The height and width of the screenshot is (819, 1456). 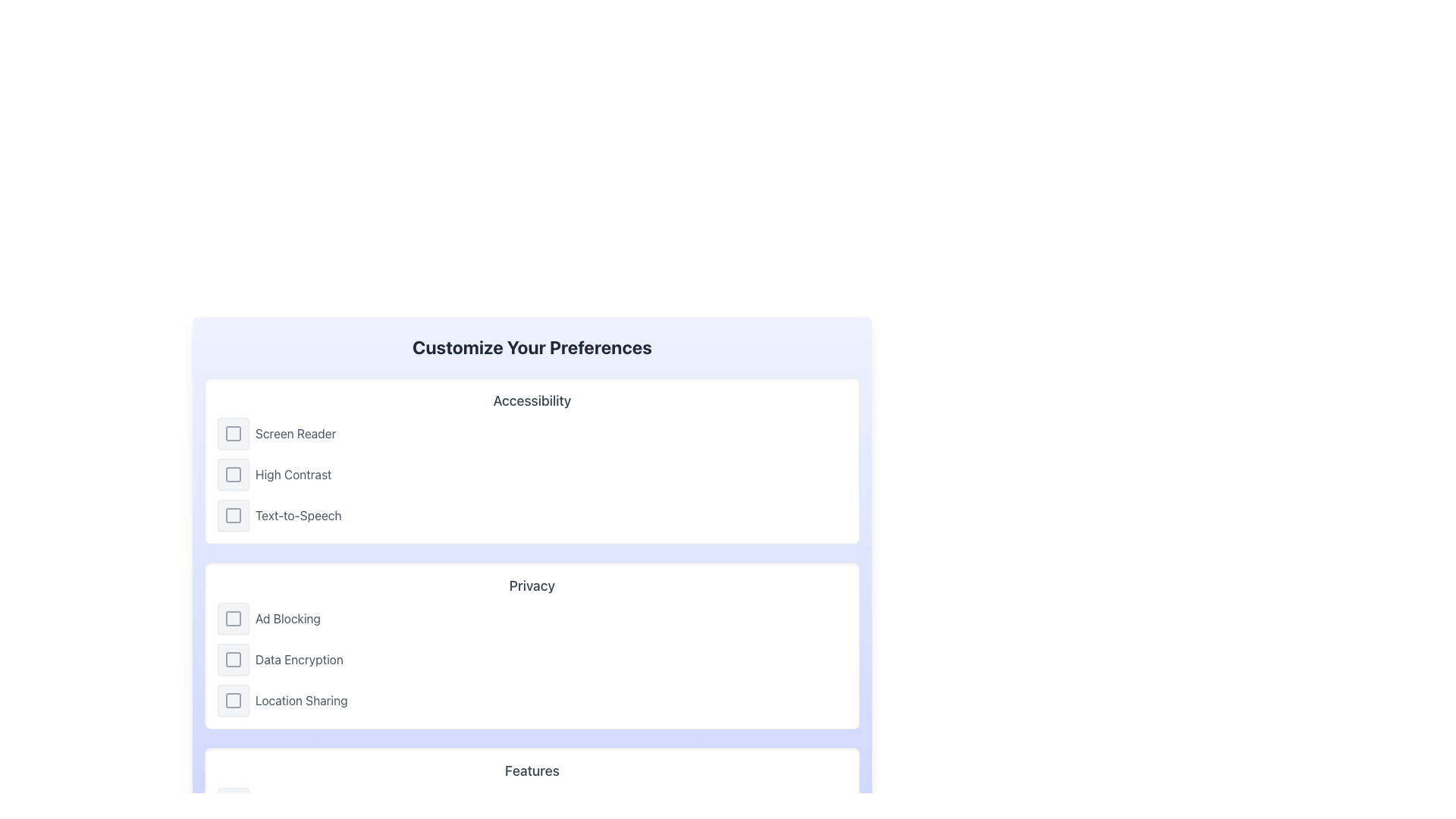 What do you see at coordinates (532, 701) in the screenshot?
I see `the 'Location Sharing' checkbox` at bounding box center [532, 701].